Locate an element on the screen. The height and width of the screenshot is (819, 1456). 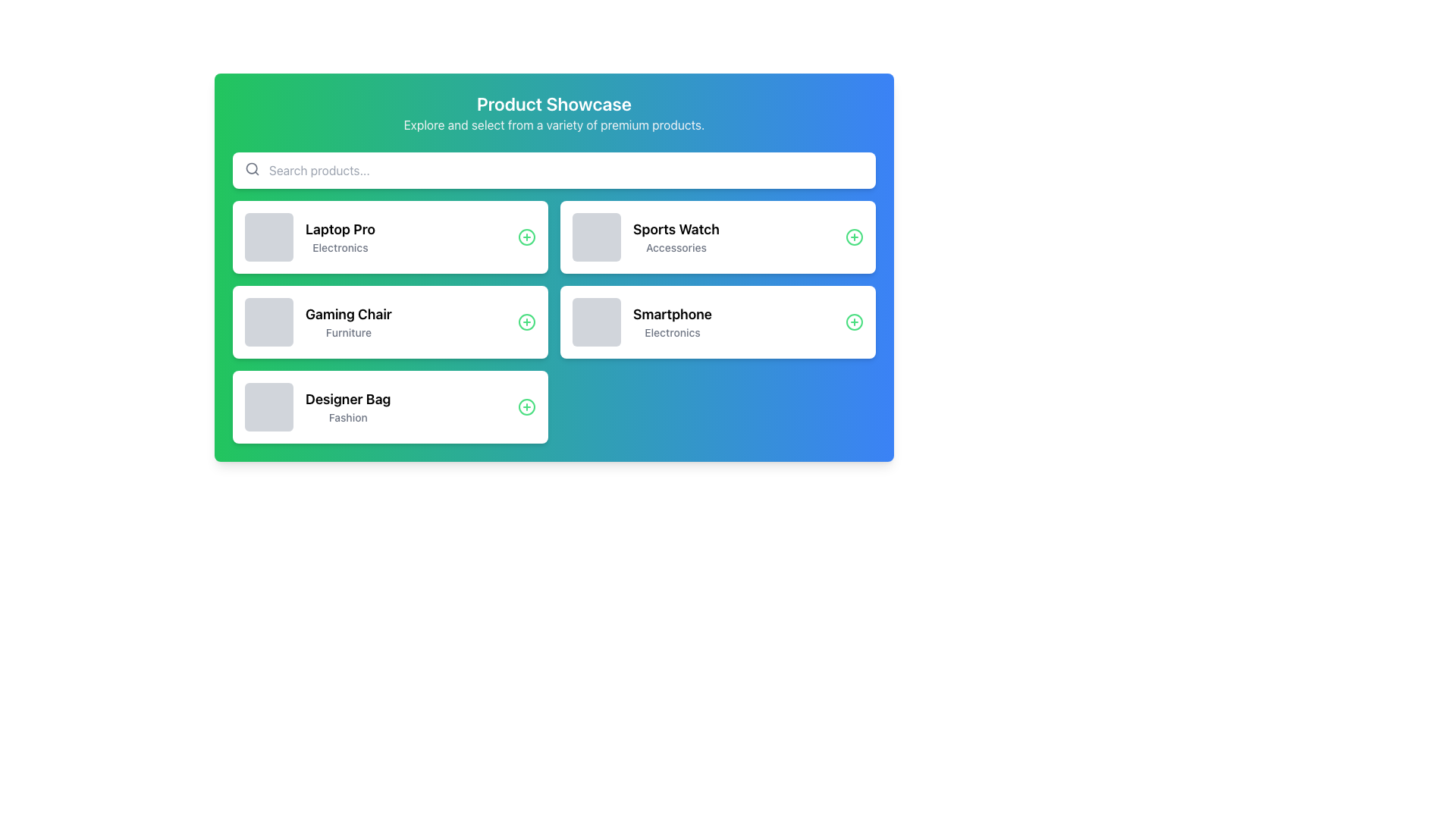
the green circular outline component of the plus icon located in the bottom-right corner of the second card under the 'Gaming Chair' title is located at coordinates (527, 321).